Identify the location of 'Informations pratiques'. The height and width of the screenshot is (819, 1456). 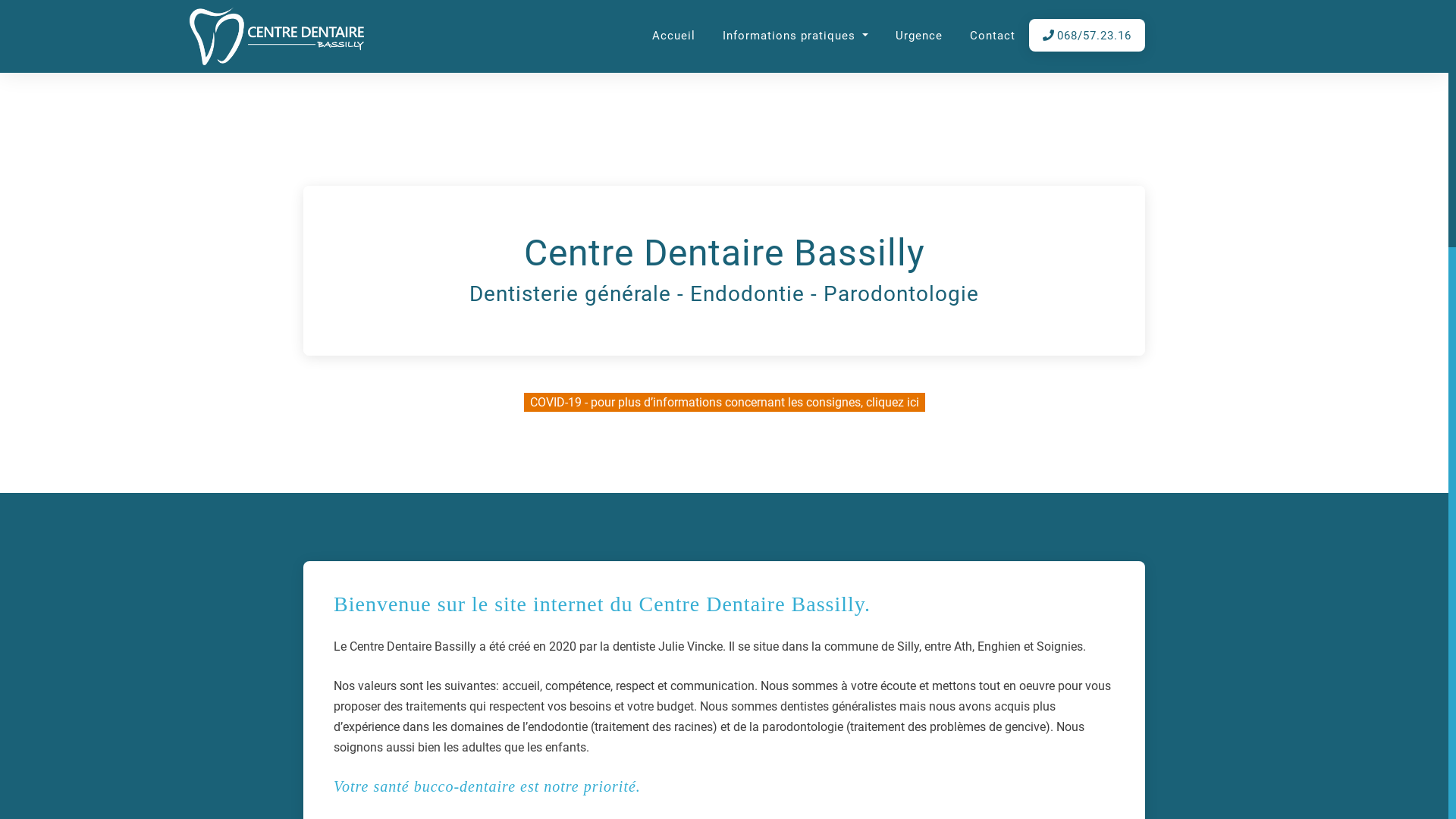
(716, 36).